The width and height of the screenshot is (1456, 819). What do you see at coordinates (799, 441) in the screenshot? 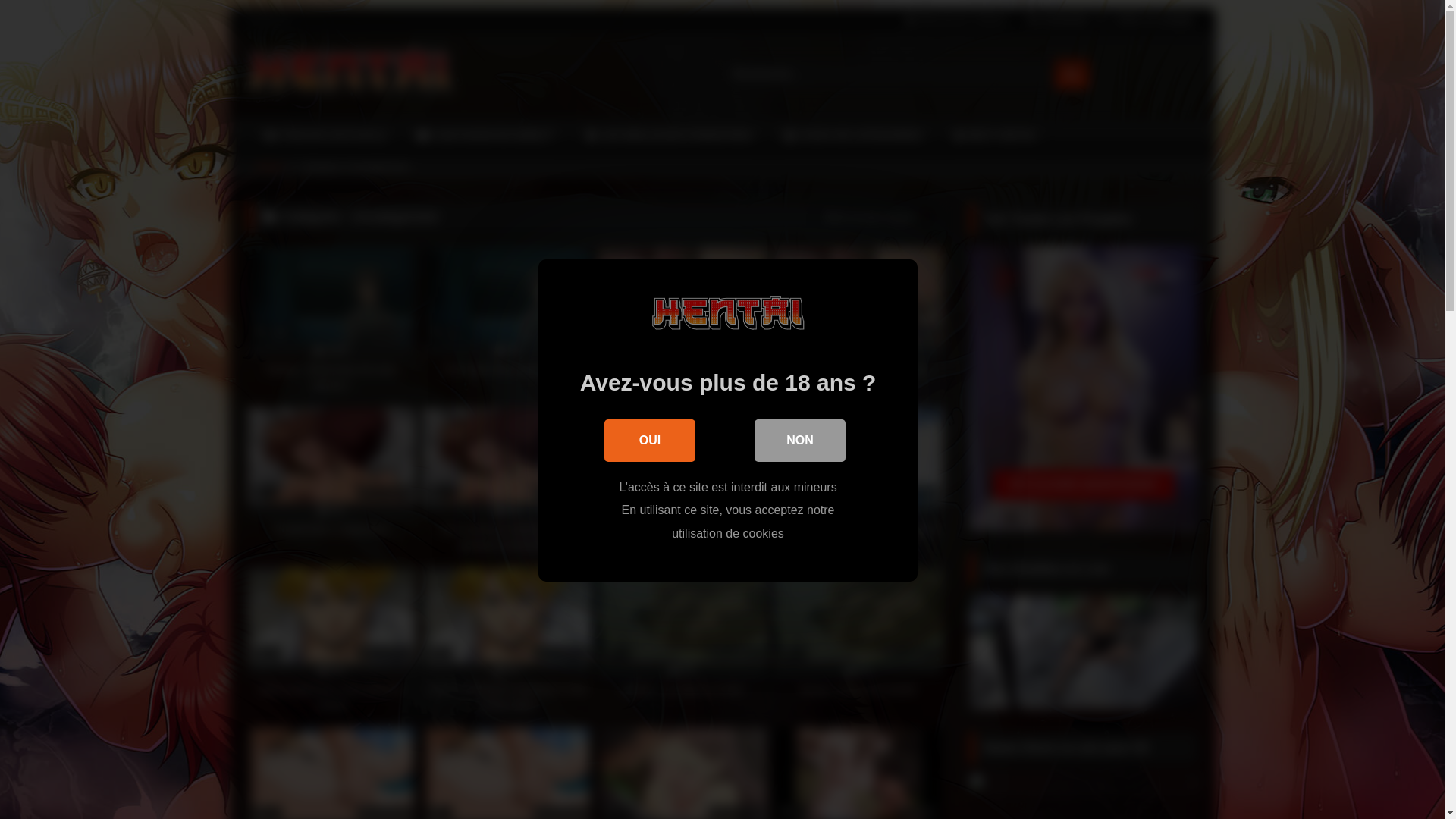
I see `'NON'` at bounding box center [799, 441].